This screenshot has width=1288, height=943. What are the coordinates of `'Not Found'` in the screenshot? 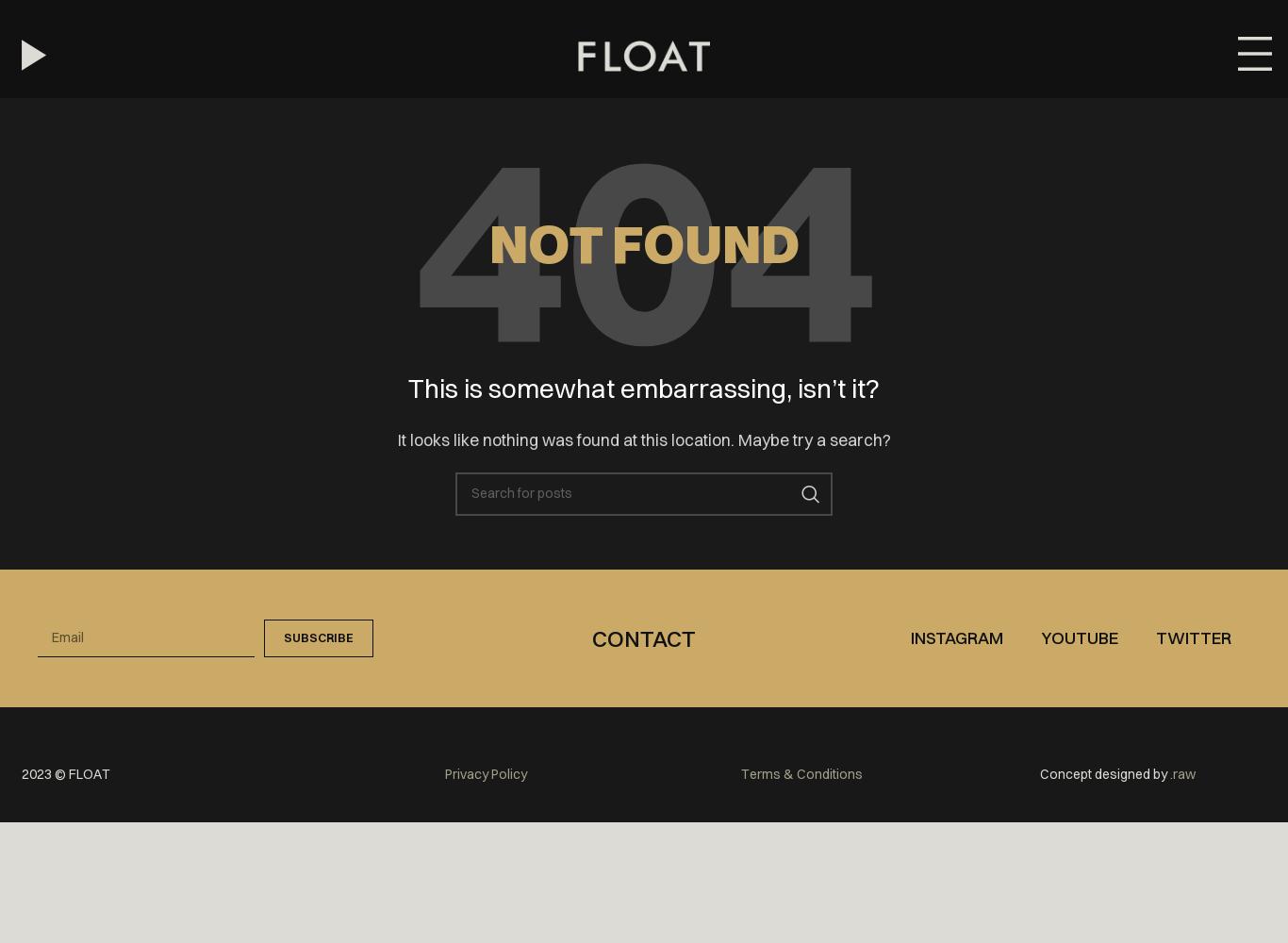 It's located at (642, 243).